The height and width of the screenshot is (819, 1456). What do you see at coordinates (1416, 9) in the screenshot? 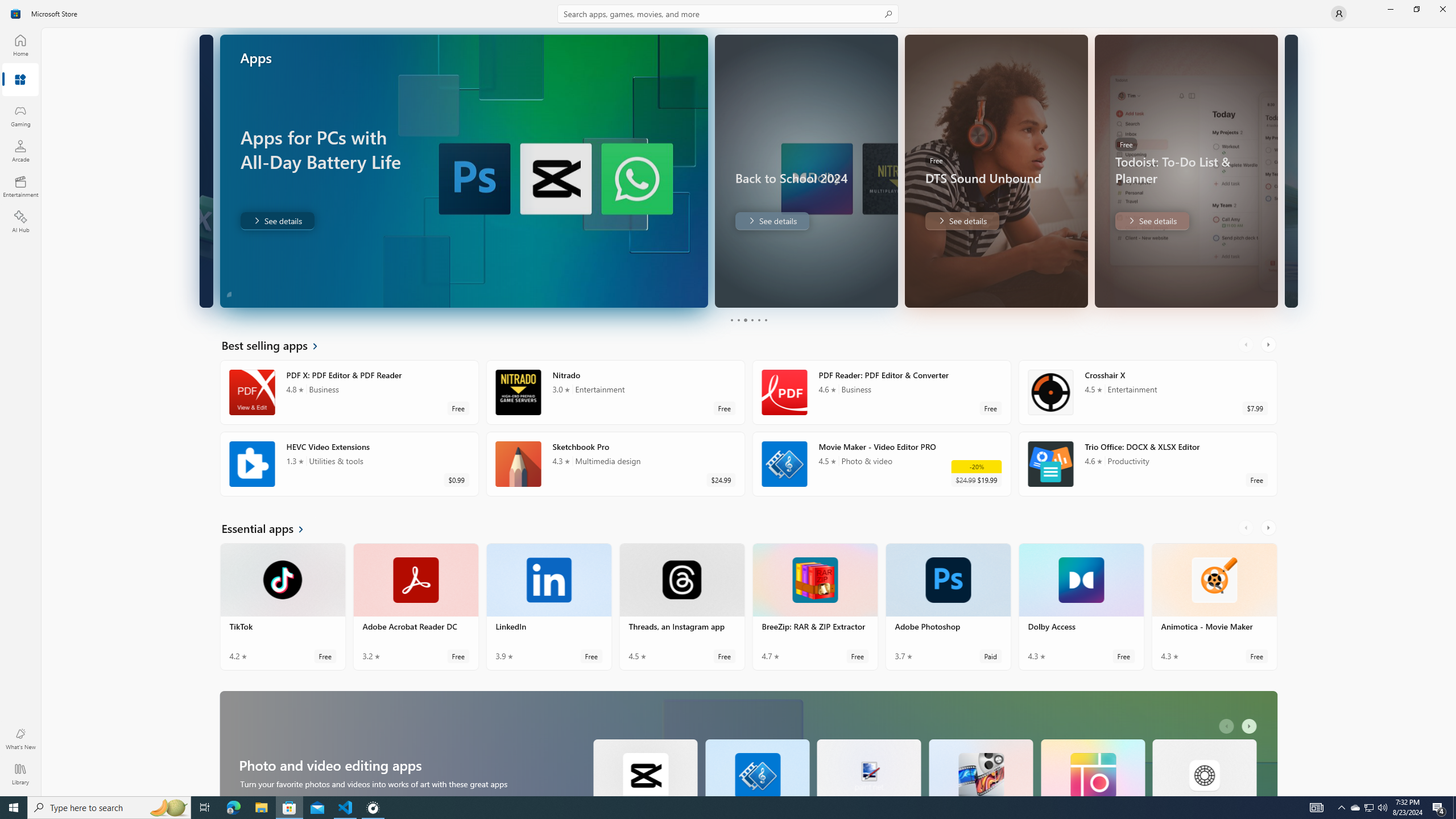
I see `'Restore Microsoft Store'` at bounding box center [1416, 9].